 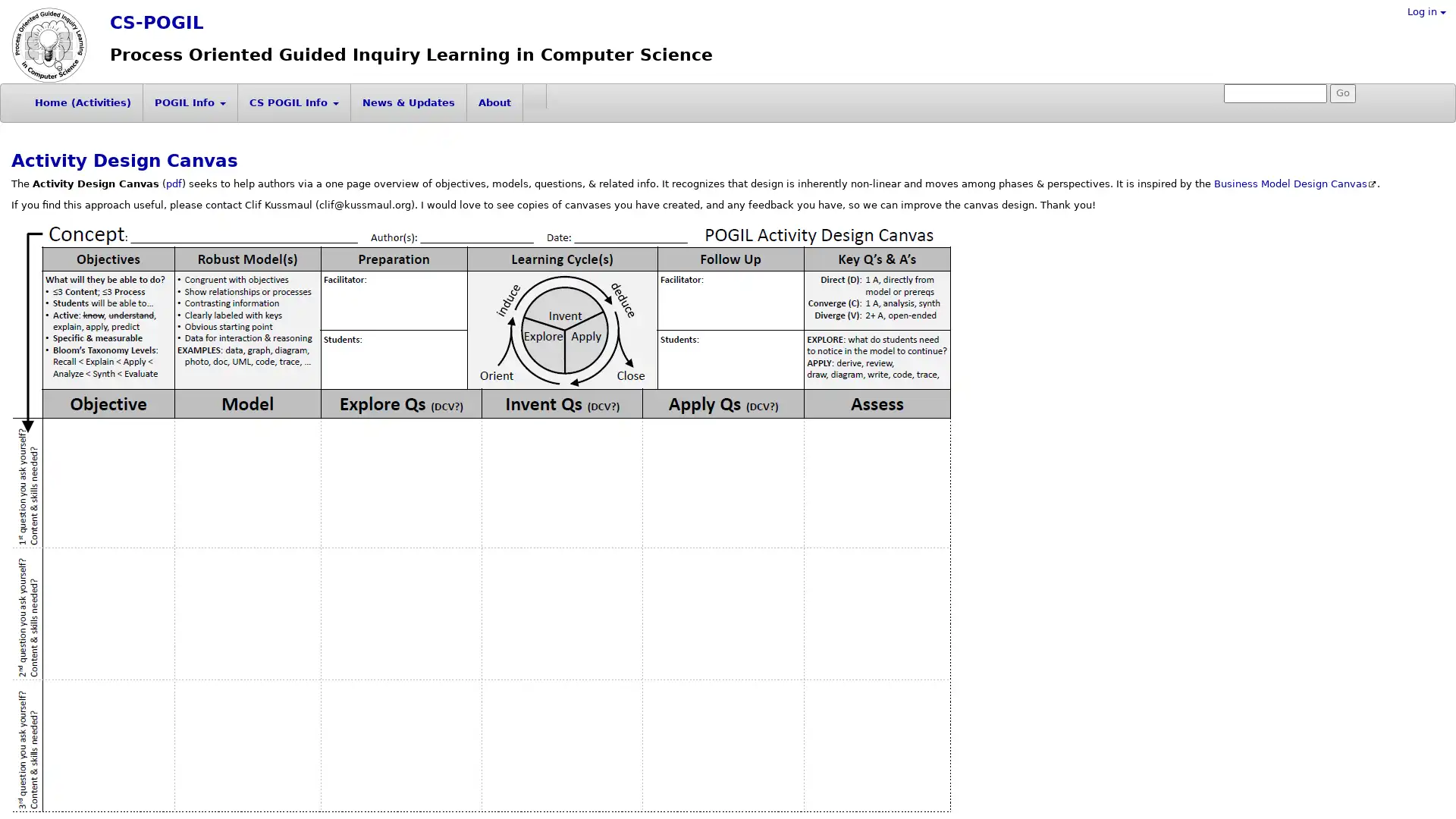 I want to click on Go, so click(x=1343, y=93).